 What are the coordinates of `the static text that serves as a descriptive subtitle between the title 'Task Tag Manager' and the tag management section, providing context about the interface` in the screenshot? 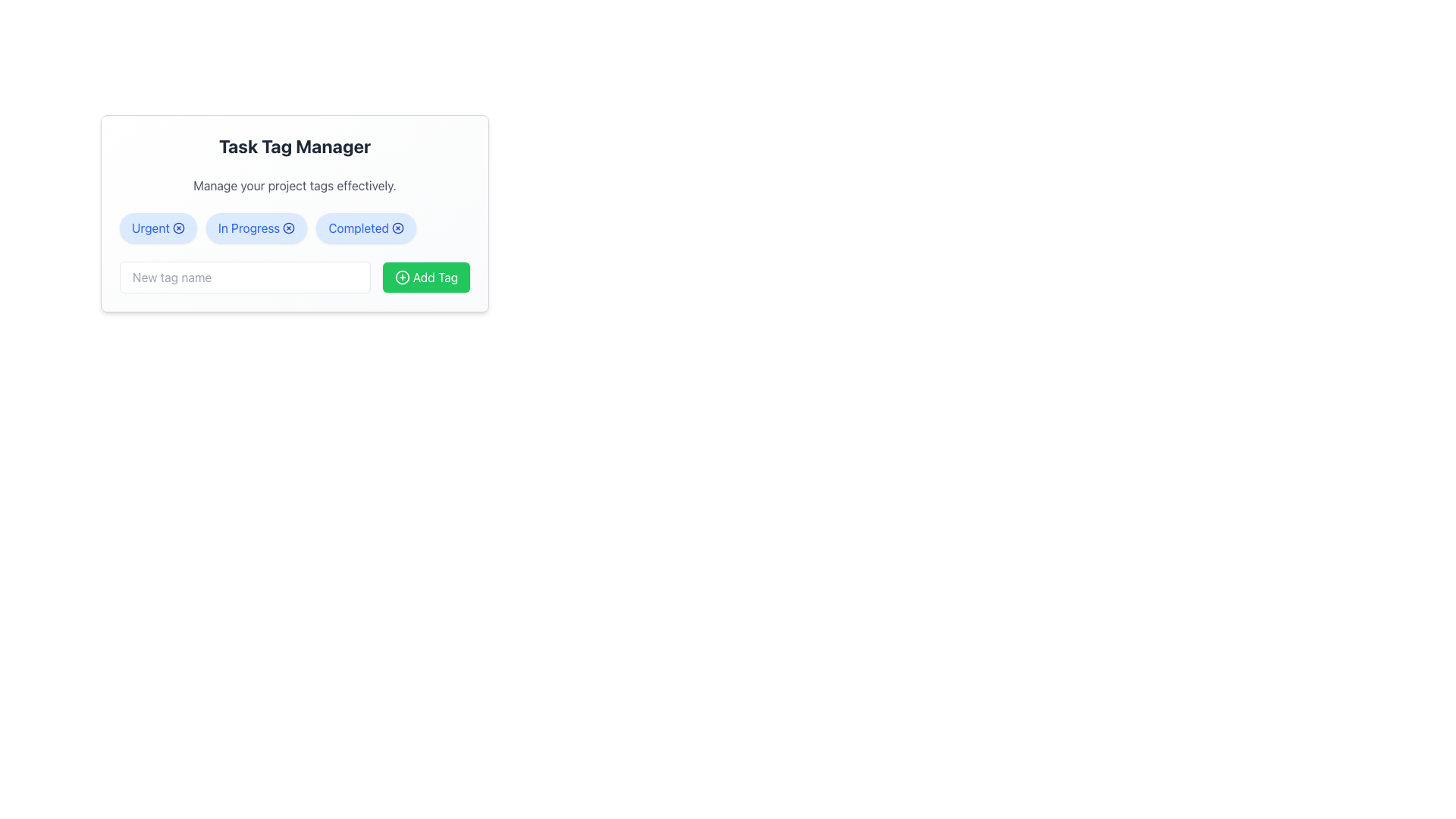 It's located at (294, 185).